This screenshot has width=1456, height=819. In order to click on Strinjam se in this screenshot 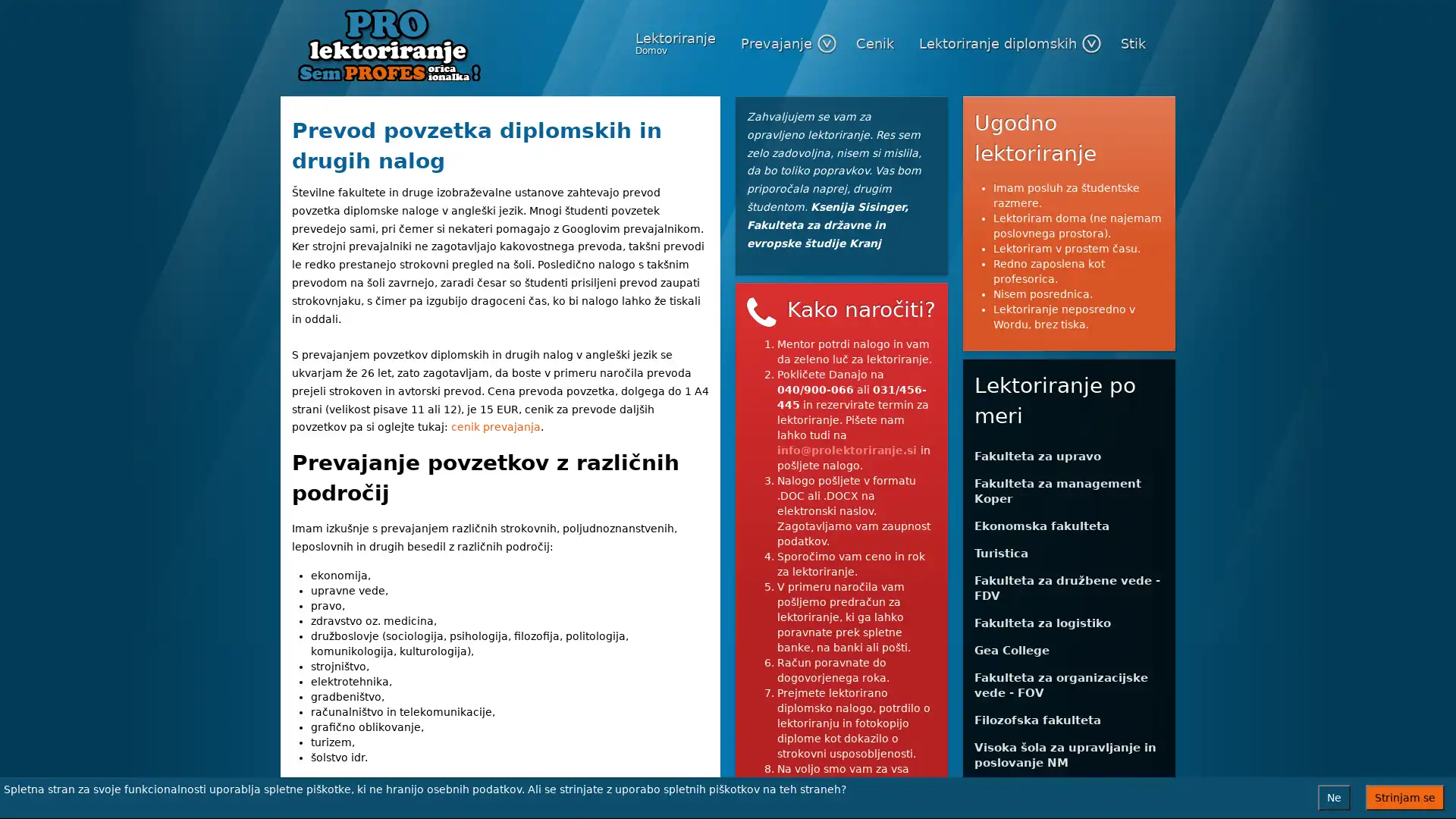, I will do `click(1404, 797)`.